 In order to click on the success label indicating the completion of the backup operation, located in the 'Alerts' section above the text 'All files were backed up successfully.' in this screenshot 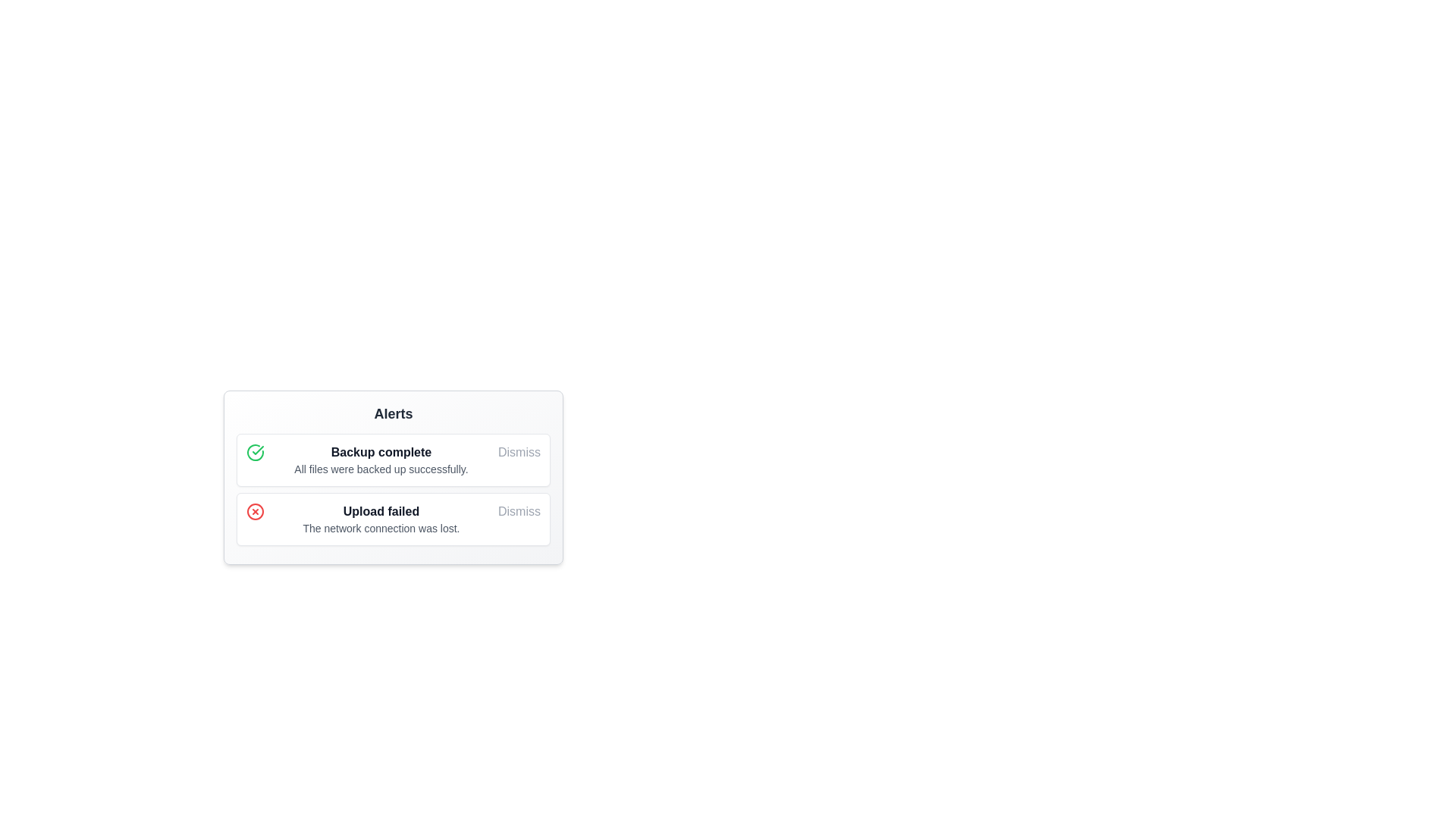, I will do `click(381, 452)`.